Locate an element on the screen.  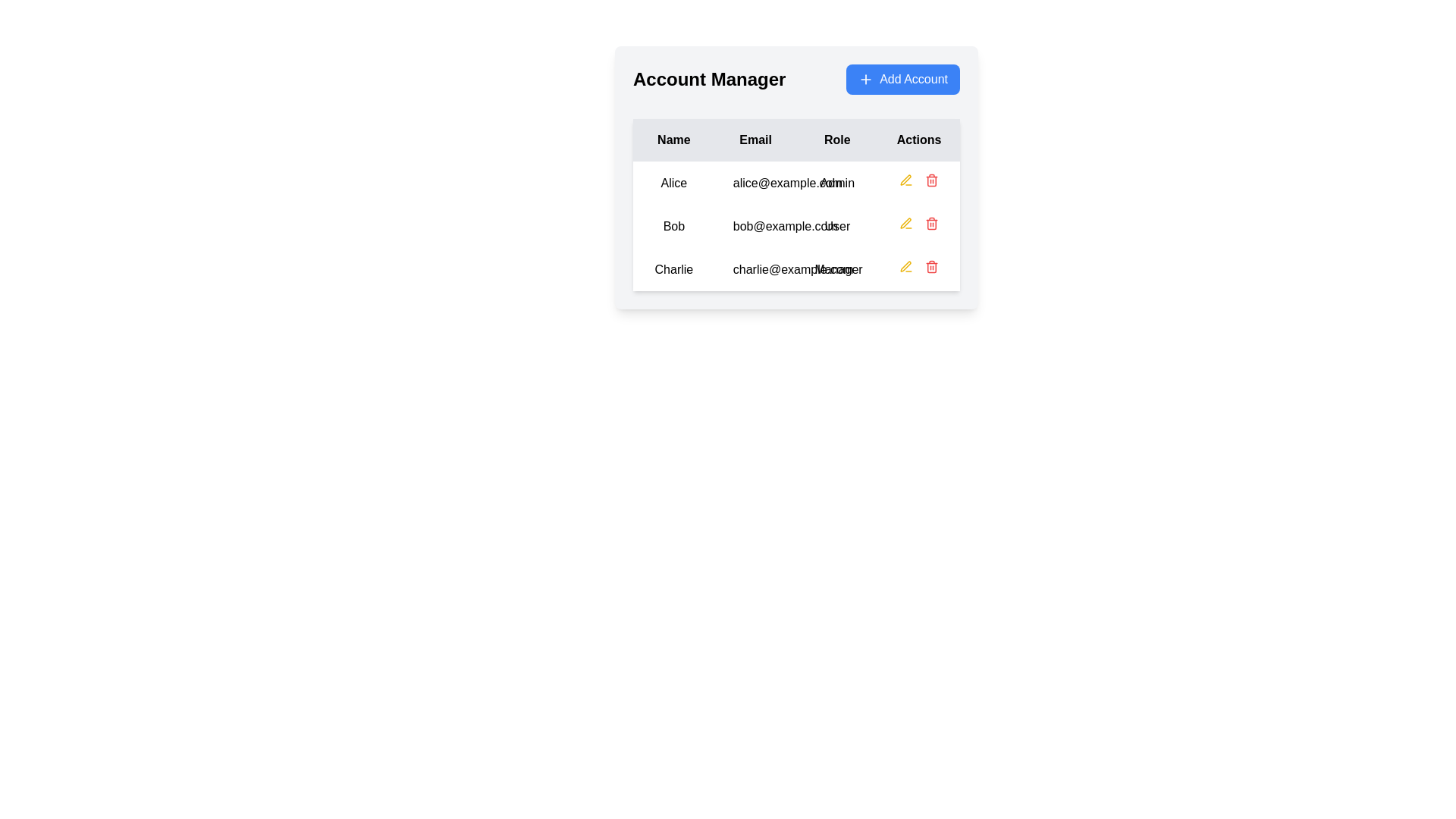
the static text field displaying the email address 'charlie@example.com' located in the second column of the last row of the table, adjacent to the user's name 'Charlie' and their role 'Manager' is located at coordinates (755, 268).